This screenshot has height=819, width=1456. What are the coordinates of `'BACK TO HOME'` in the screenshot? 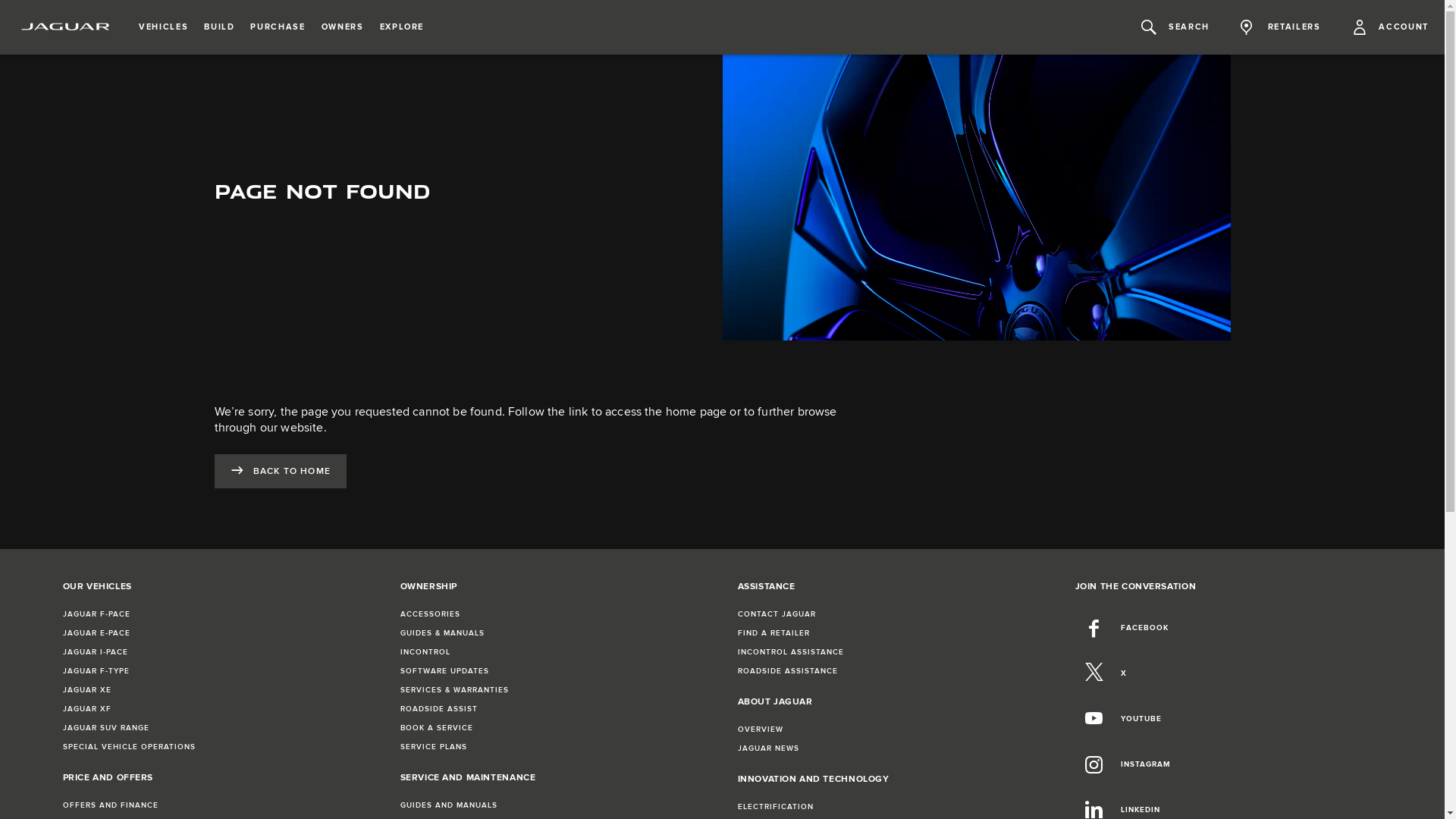 It's located at (280, 470).